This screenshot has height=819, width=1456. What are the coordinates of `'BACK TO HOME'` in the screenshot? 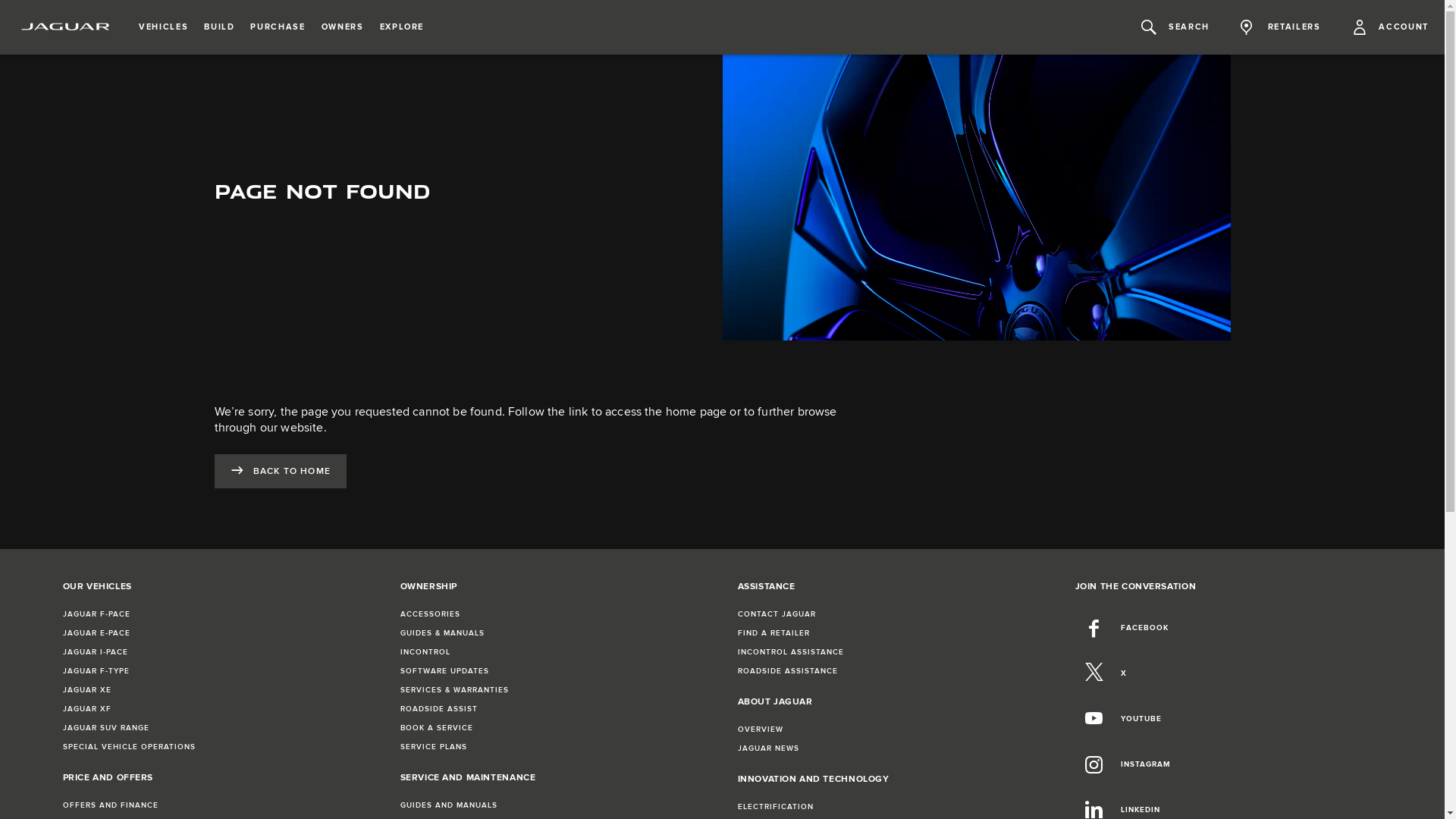 It's located at (280, 470).